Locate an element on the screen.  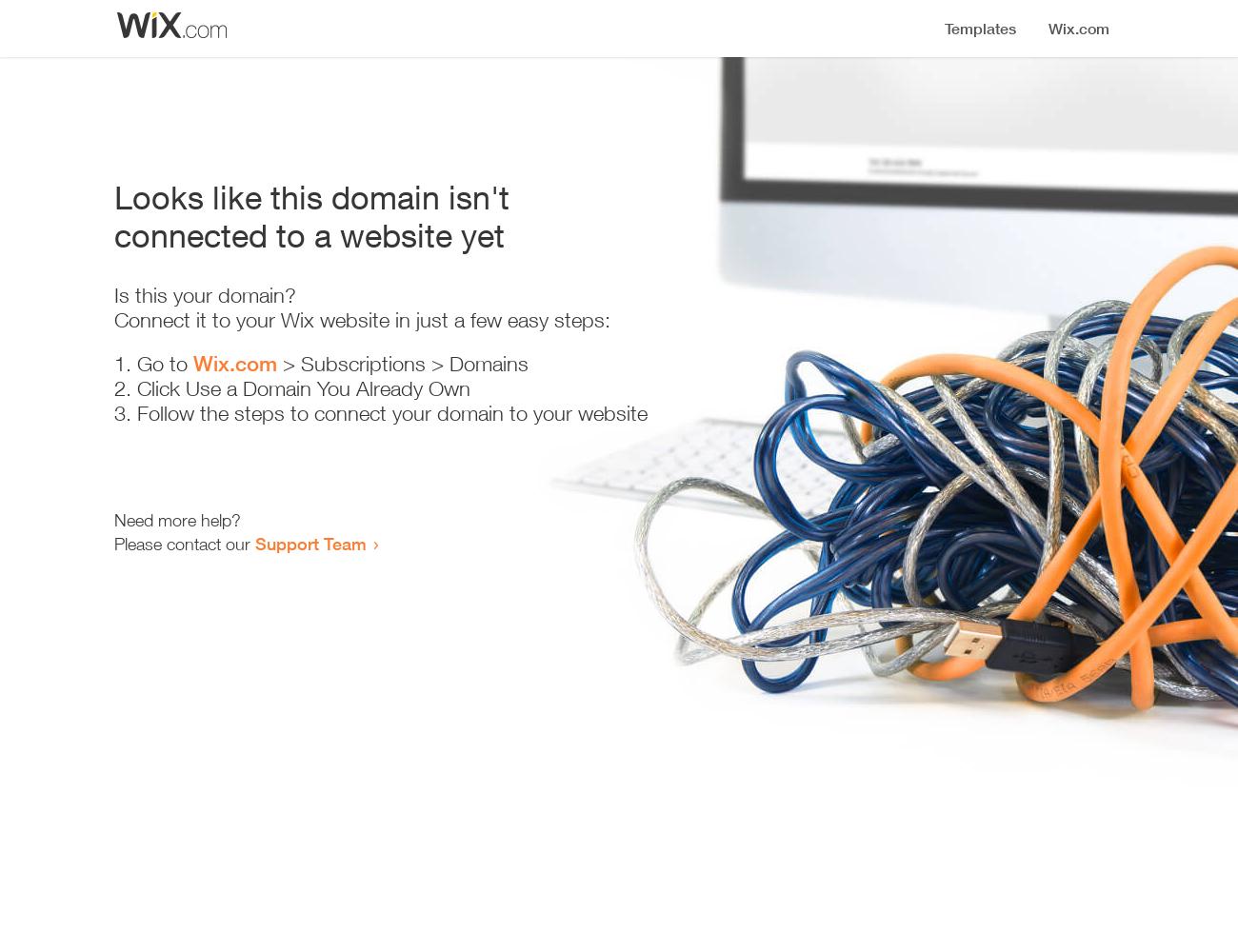
'Wix.com' is located at coordinates (193, 364).